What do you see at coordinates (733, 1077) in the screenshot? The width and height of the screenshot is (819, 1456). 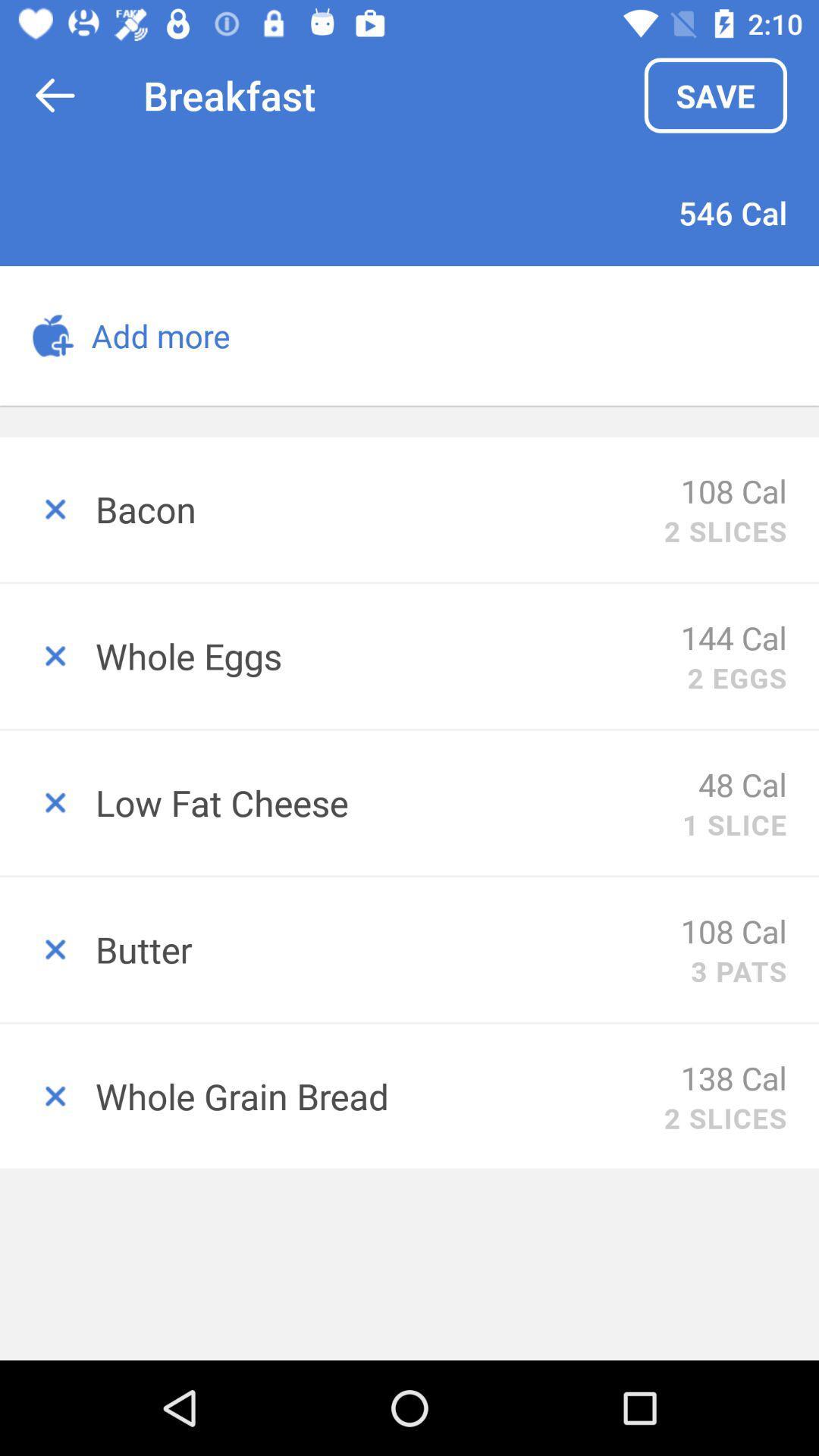 I see `item to the right of whole grain bread item` at bounding box center [733, 1077].